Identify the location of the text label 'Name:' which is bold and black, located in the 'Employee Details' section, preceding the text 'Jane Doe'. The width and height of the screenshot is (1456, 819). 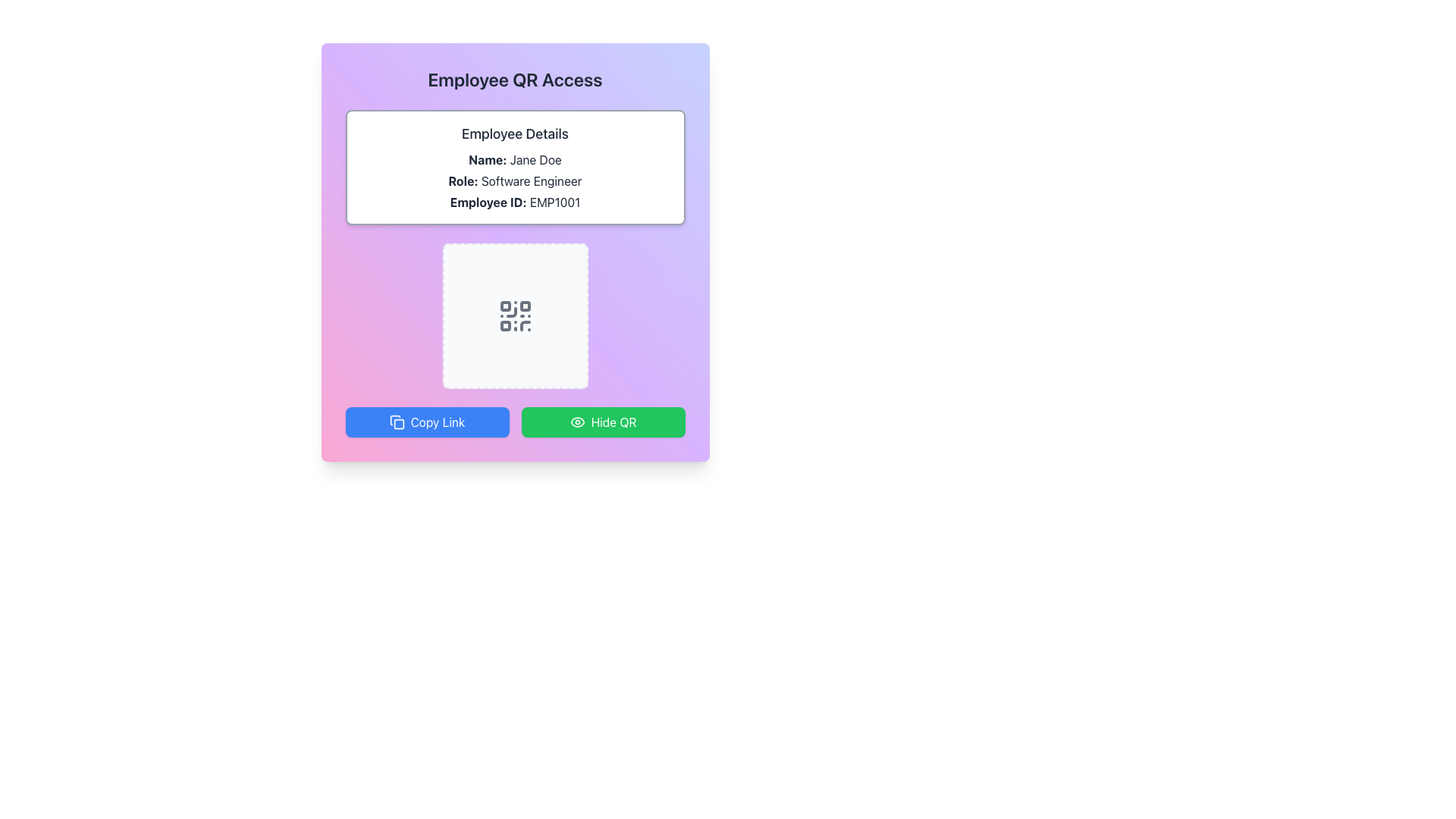
(488, 160).